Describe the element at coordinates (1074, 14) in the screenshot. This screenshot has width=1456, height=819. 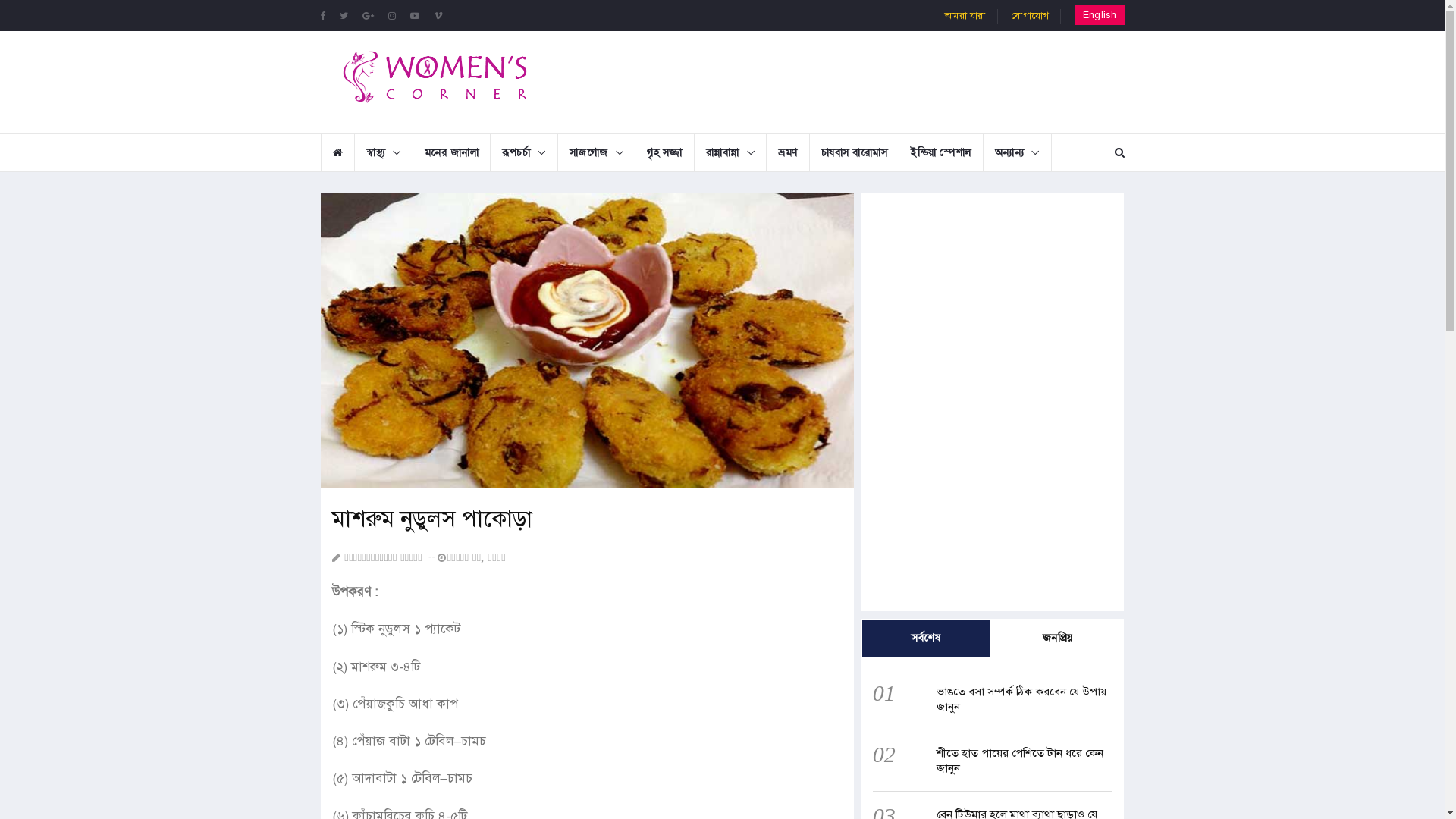
I see `'English'` at that location.